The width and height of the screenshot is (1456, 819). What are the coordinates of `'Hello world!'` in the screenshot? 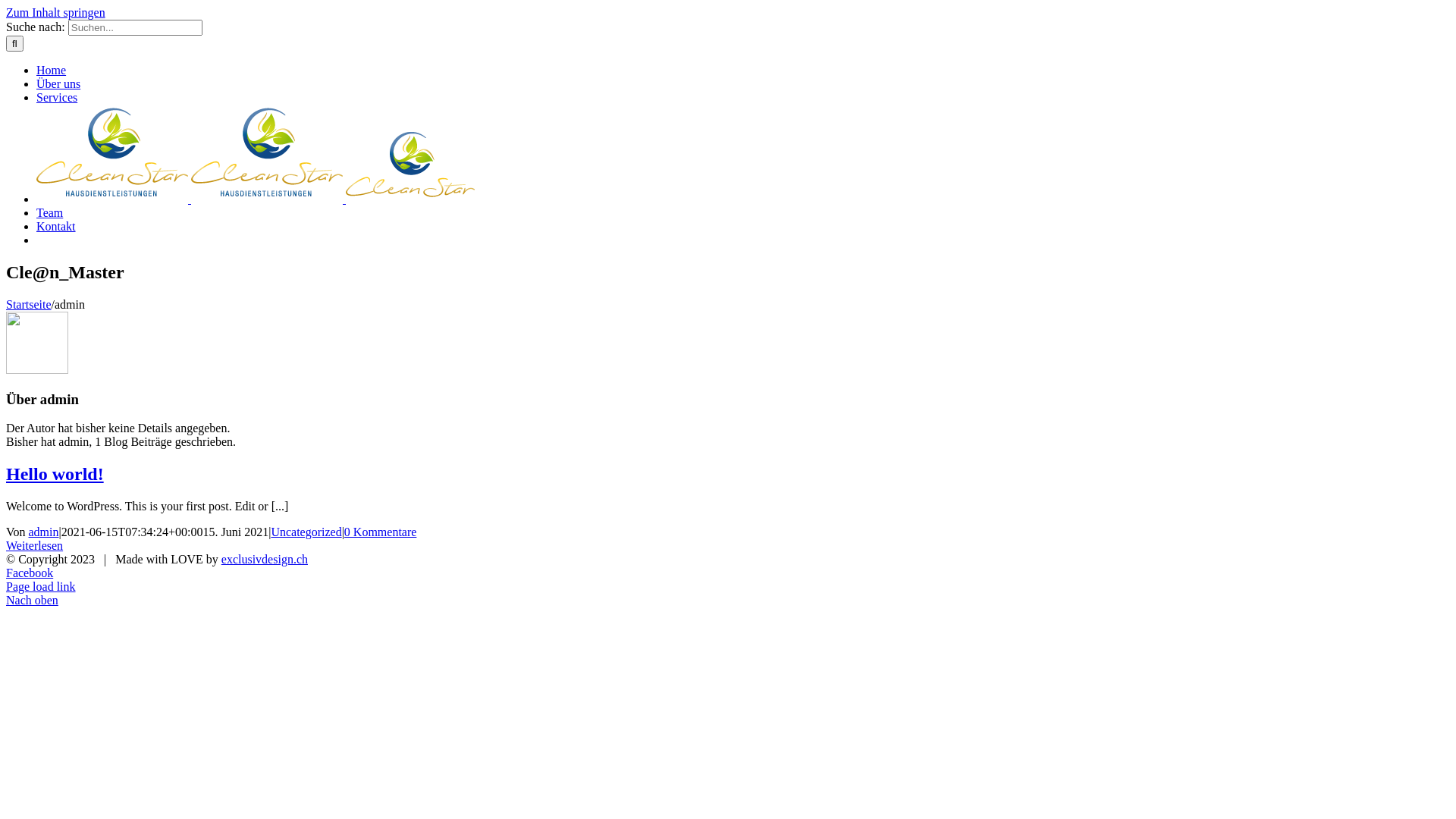 It's located at (6, 472).